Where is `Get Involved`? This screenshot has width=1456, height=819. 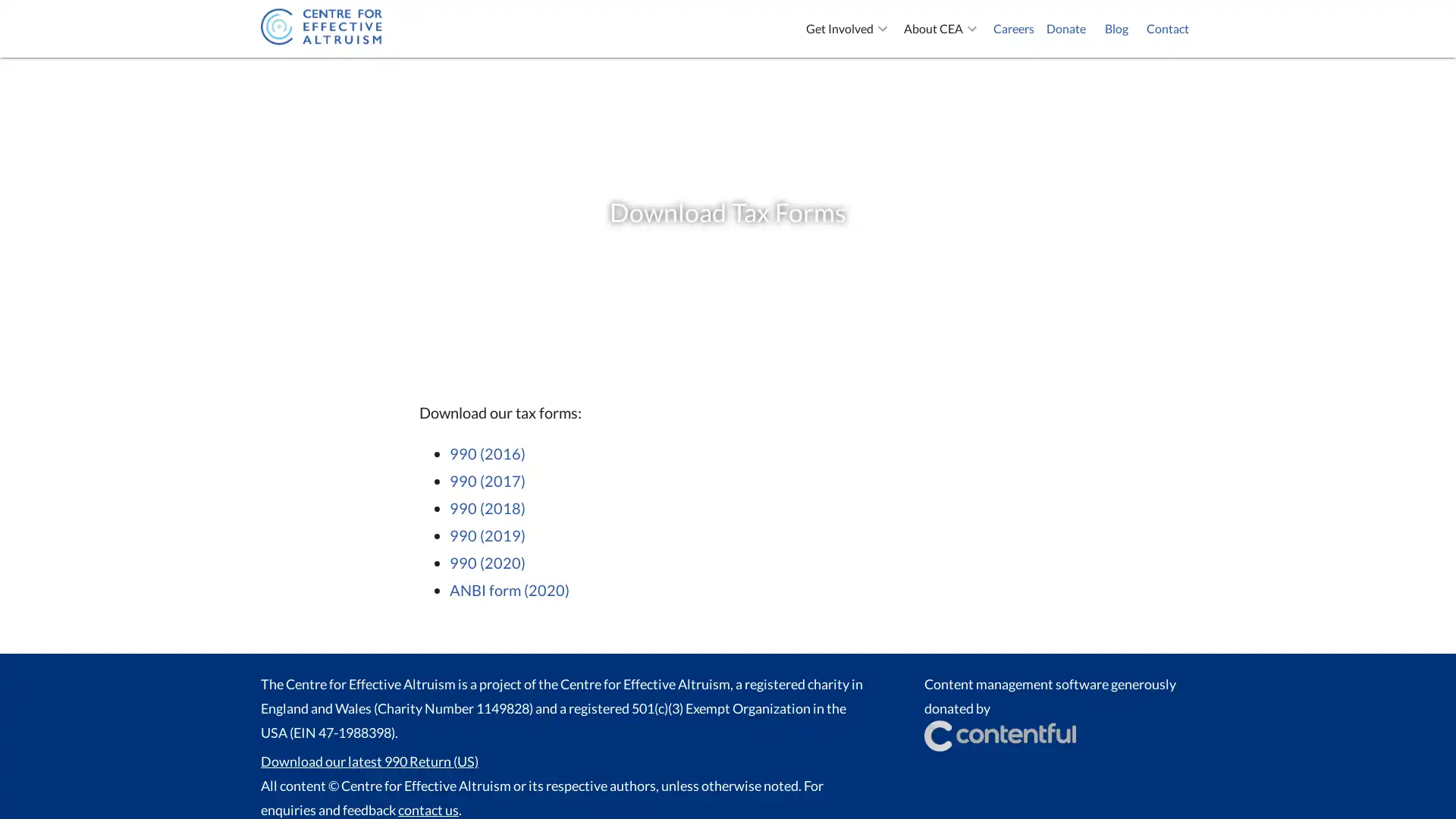 Get Involved is located at coordinates (848, 29).